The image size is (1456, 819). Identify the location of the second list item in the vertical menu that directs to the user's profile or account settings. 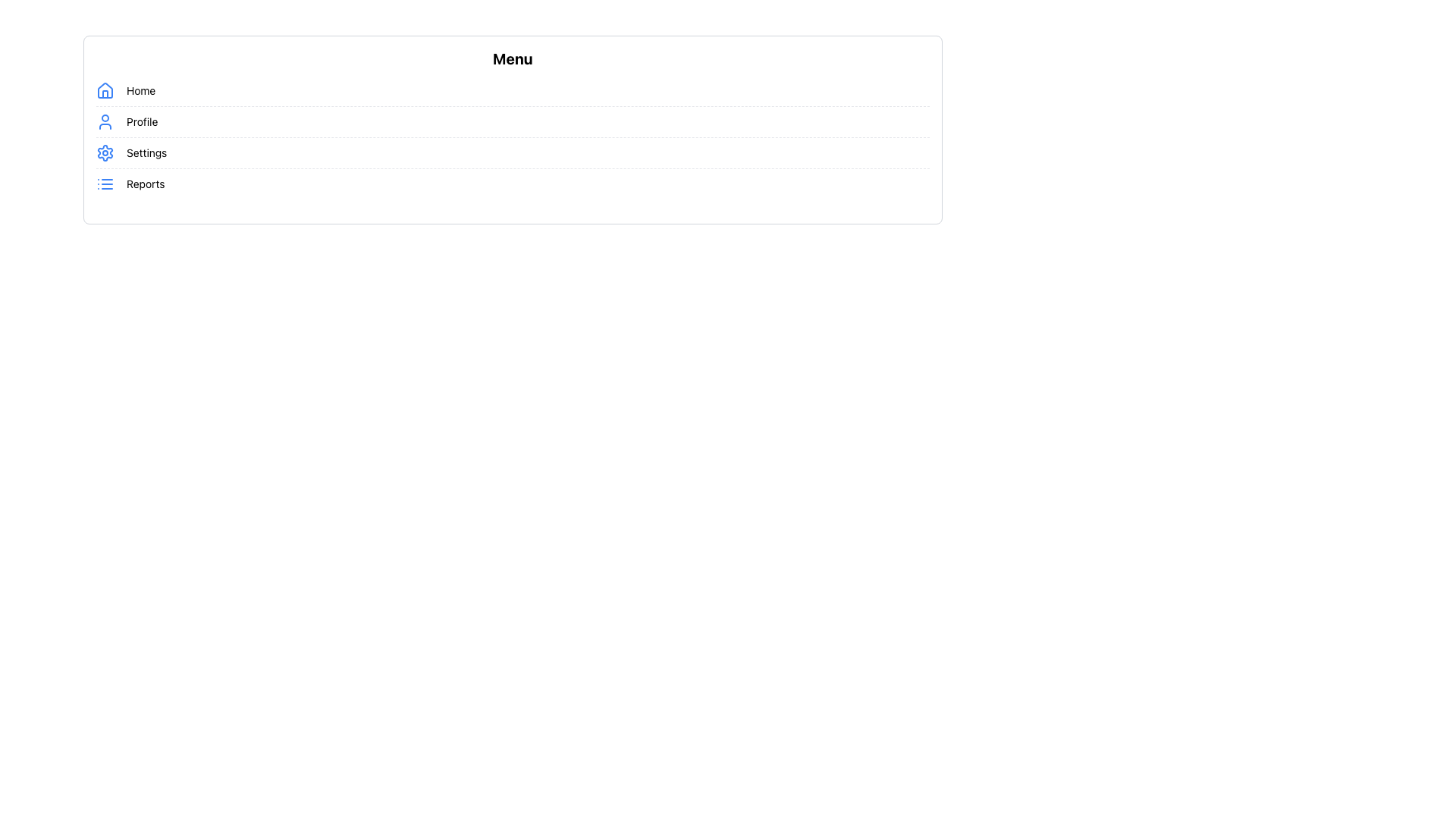
(513, 121).